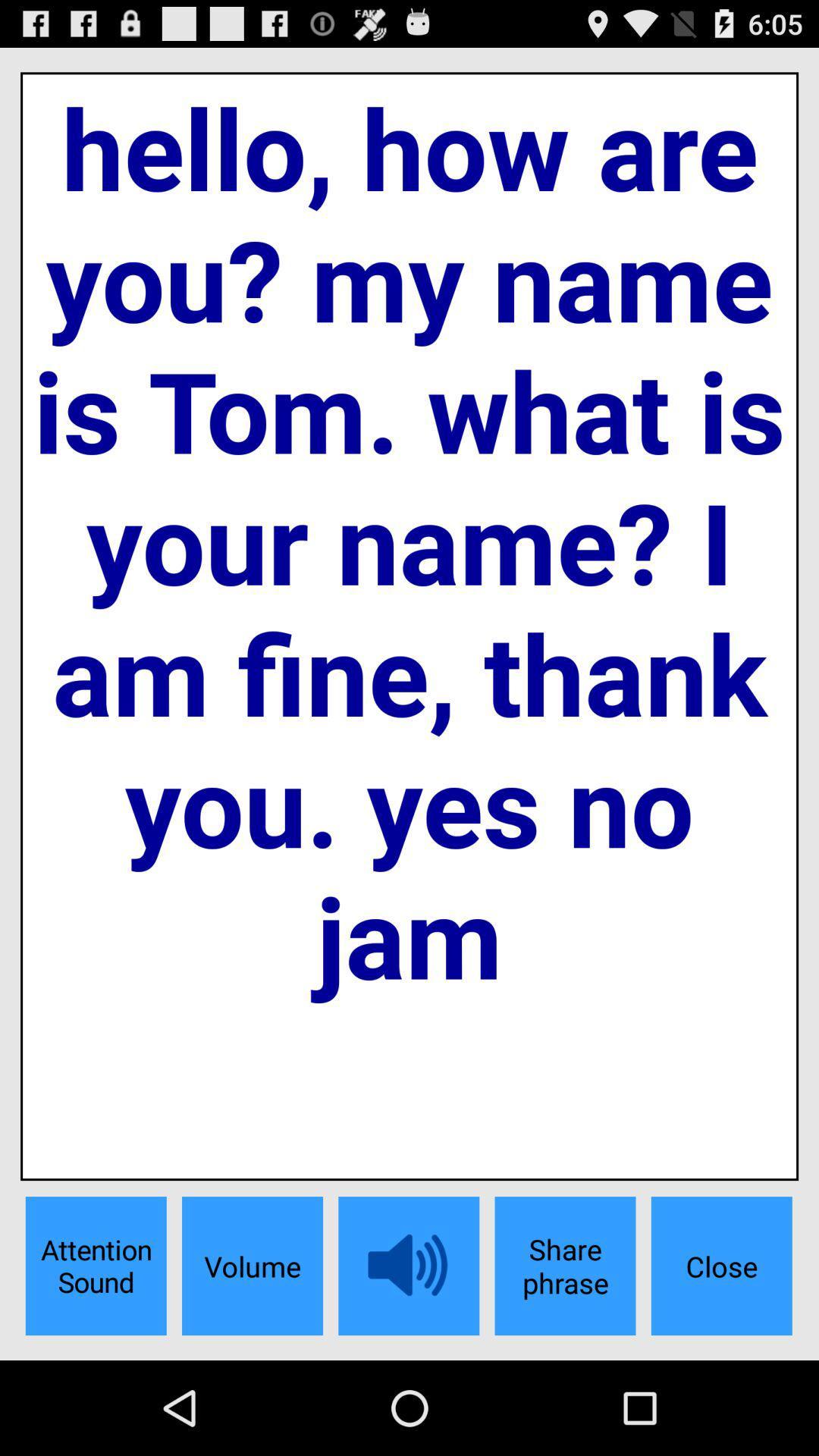  What do you see at coordinates (720, 1266) in the screenshot?
I see `the item to the right of the share` at bounding box center [720, 1266].